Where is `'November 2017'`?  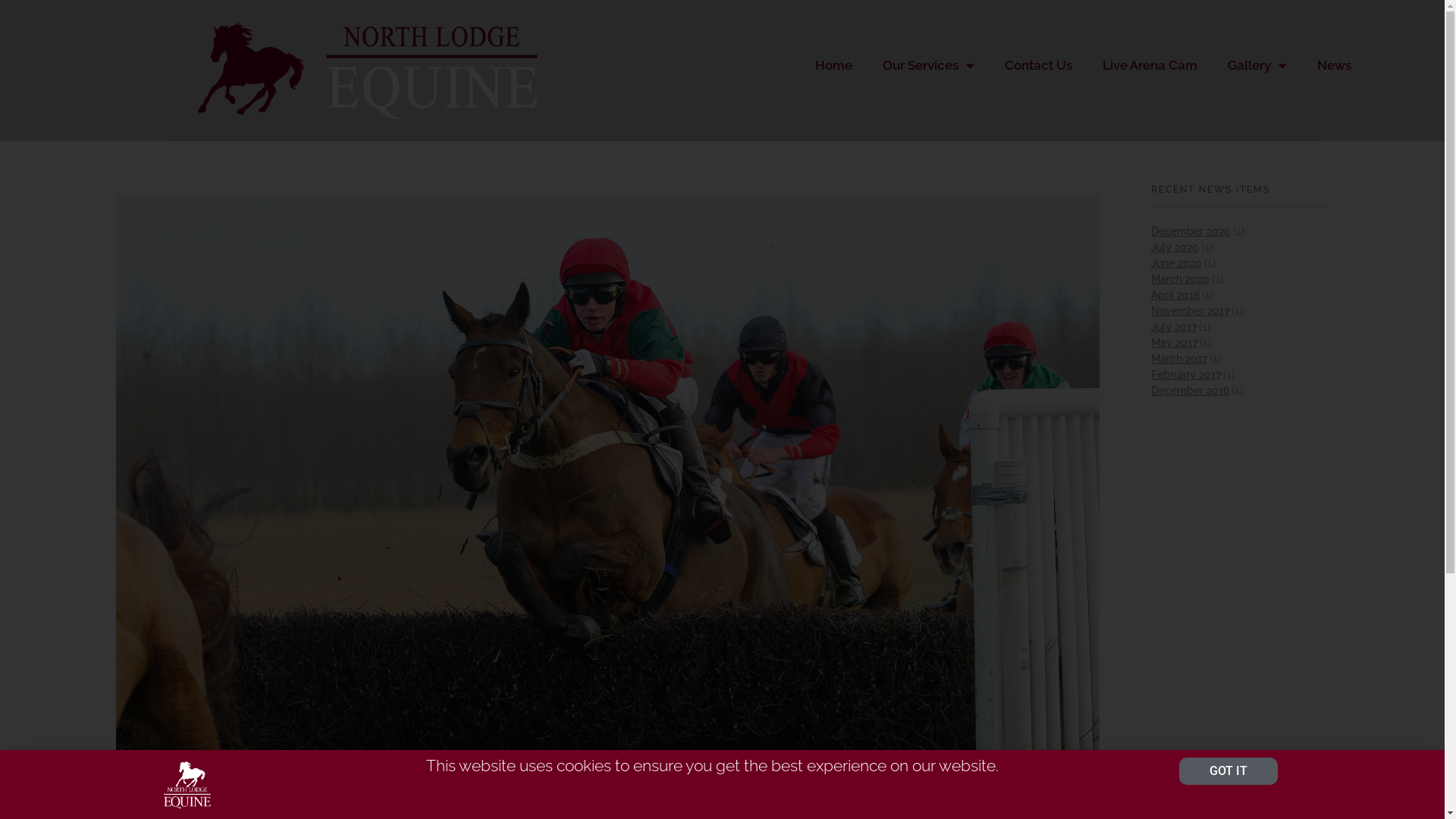
'November 2017' is located at coordinates (1189, 309).